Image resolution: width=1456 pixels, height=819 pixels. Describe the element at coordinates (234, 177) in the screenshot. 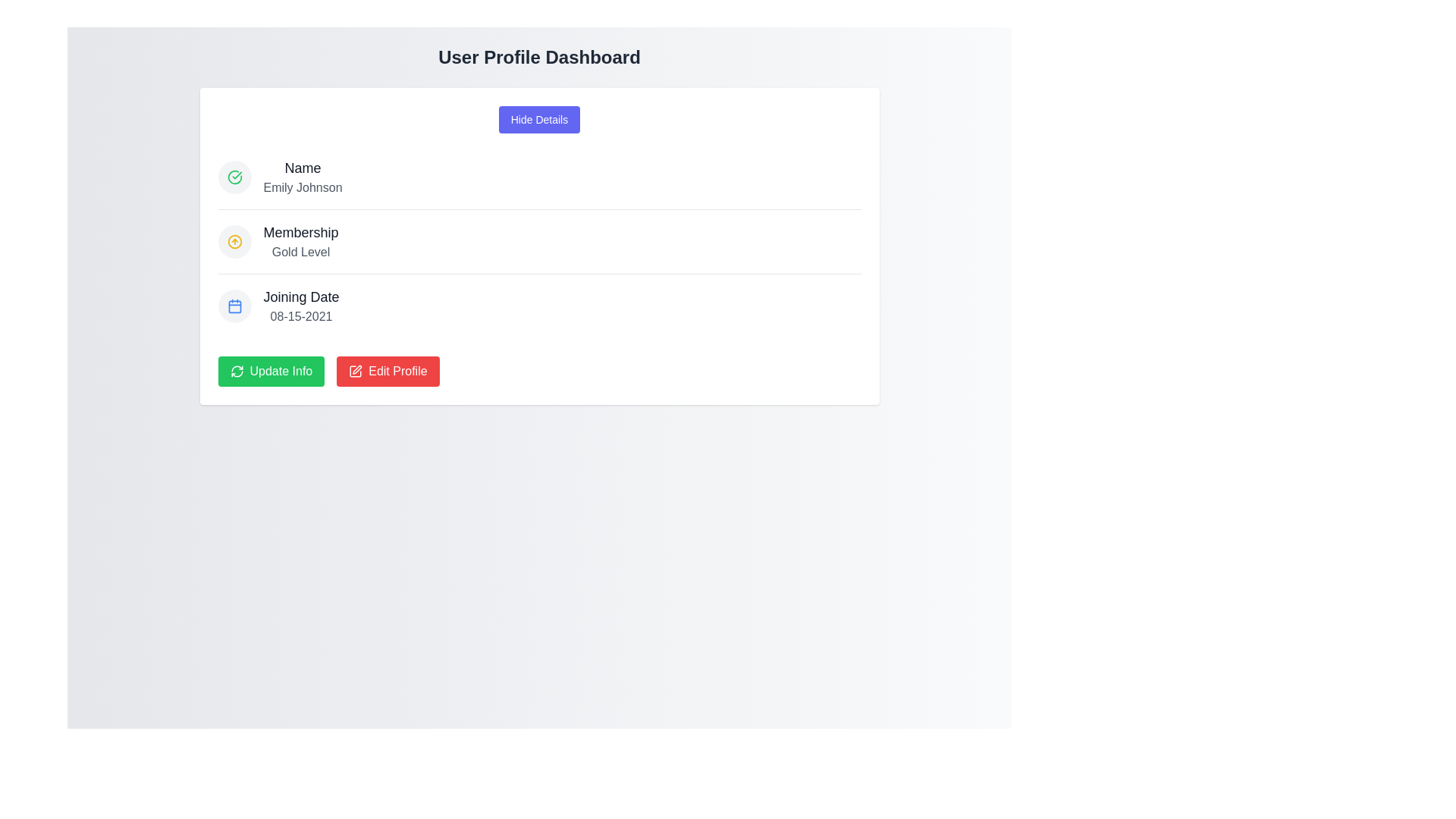

I see `the circular icon with a green check mark that is the first icon in the row labeled 'Name Emily Johnson' in the profile dashboard` at that location.